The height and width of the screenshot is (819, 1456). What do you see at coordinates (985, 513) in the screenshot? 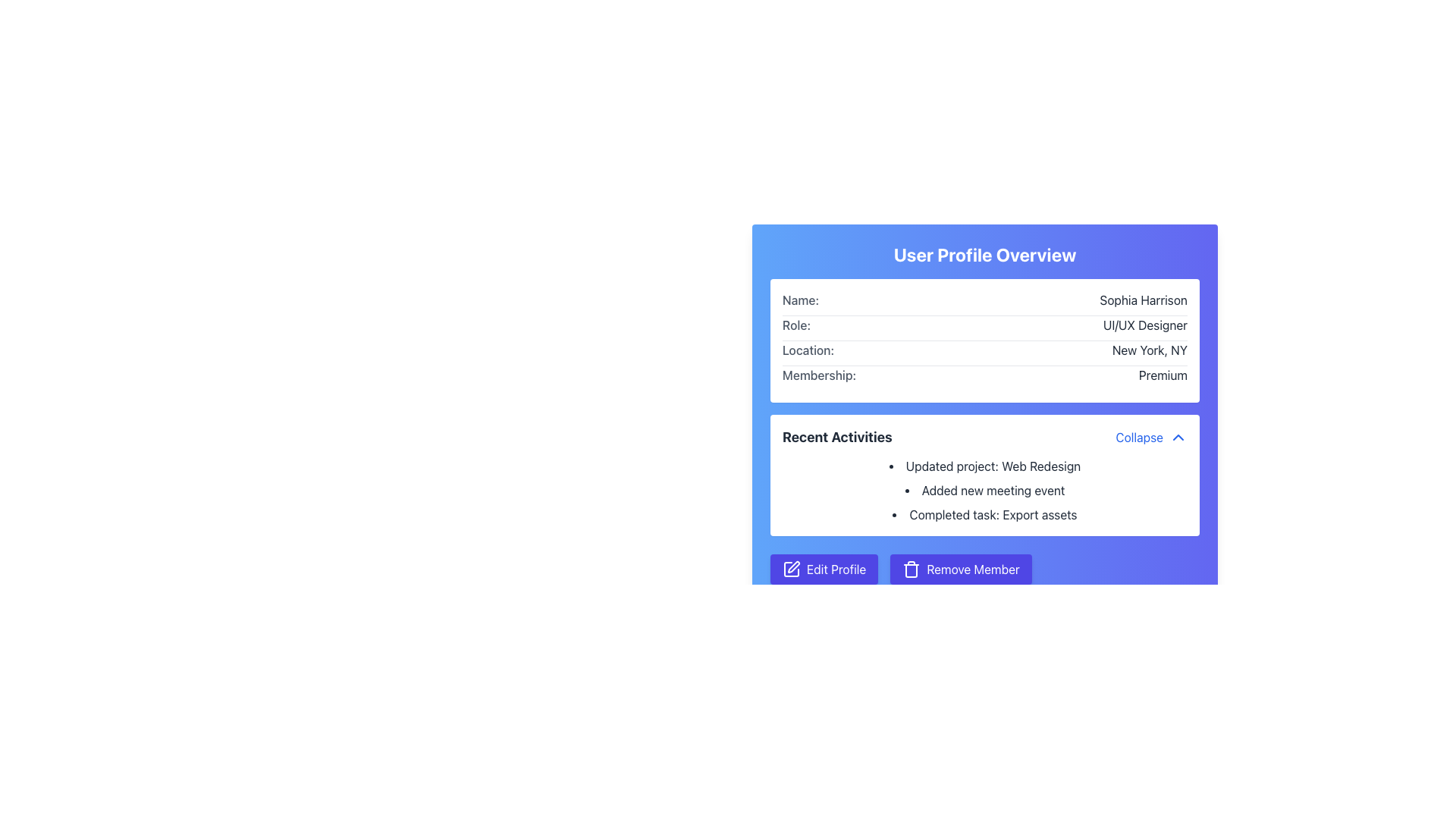
I see `the third text item in the 'Recent Activities' section that conveys a completed task related to exporting assets` at bounding box center [985, 513].